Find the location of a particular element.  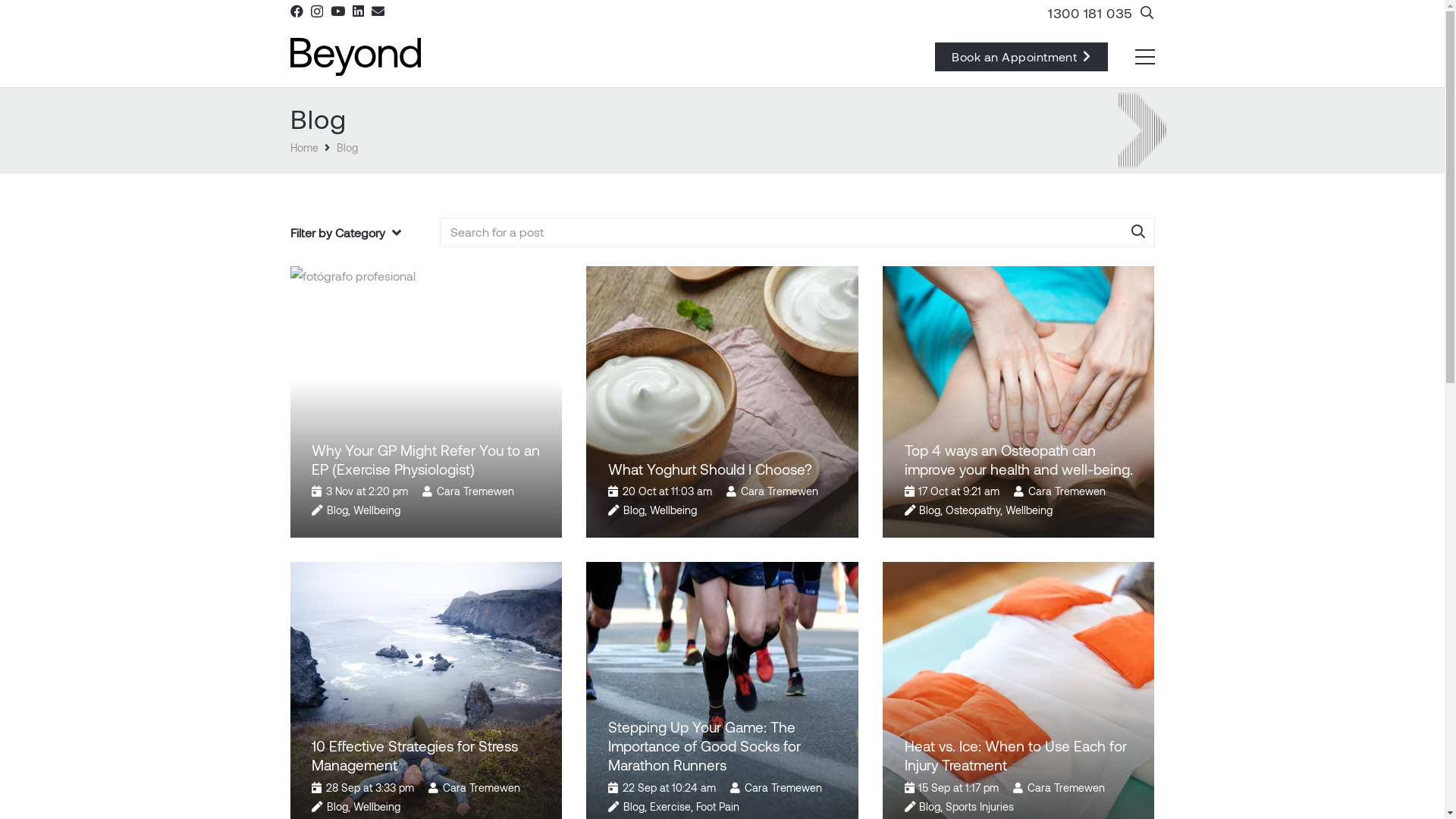

'Cara Tremewen' is located at coordinates (475, 491).